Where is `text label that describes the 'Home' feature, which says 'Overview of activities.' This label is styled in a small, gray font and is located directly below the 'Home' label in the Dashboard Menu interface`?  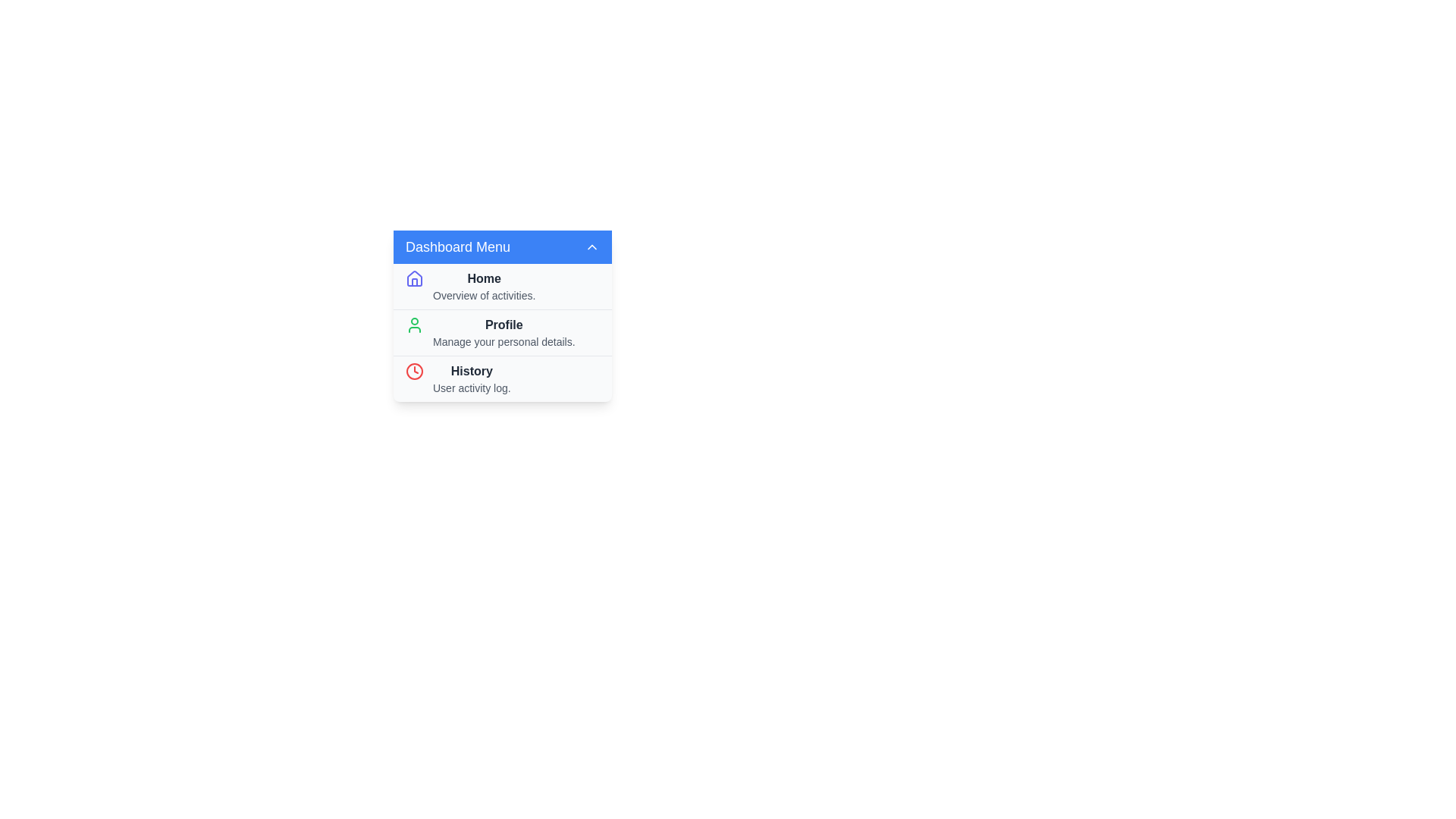 text label that describes the 'Home' feature, which says 'Overview of activities.' This label is styled in a small, gray font and is located directly below the 'Home' label in the Dashboard Menu interface is located at coordinates (483, 295).